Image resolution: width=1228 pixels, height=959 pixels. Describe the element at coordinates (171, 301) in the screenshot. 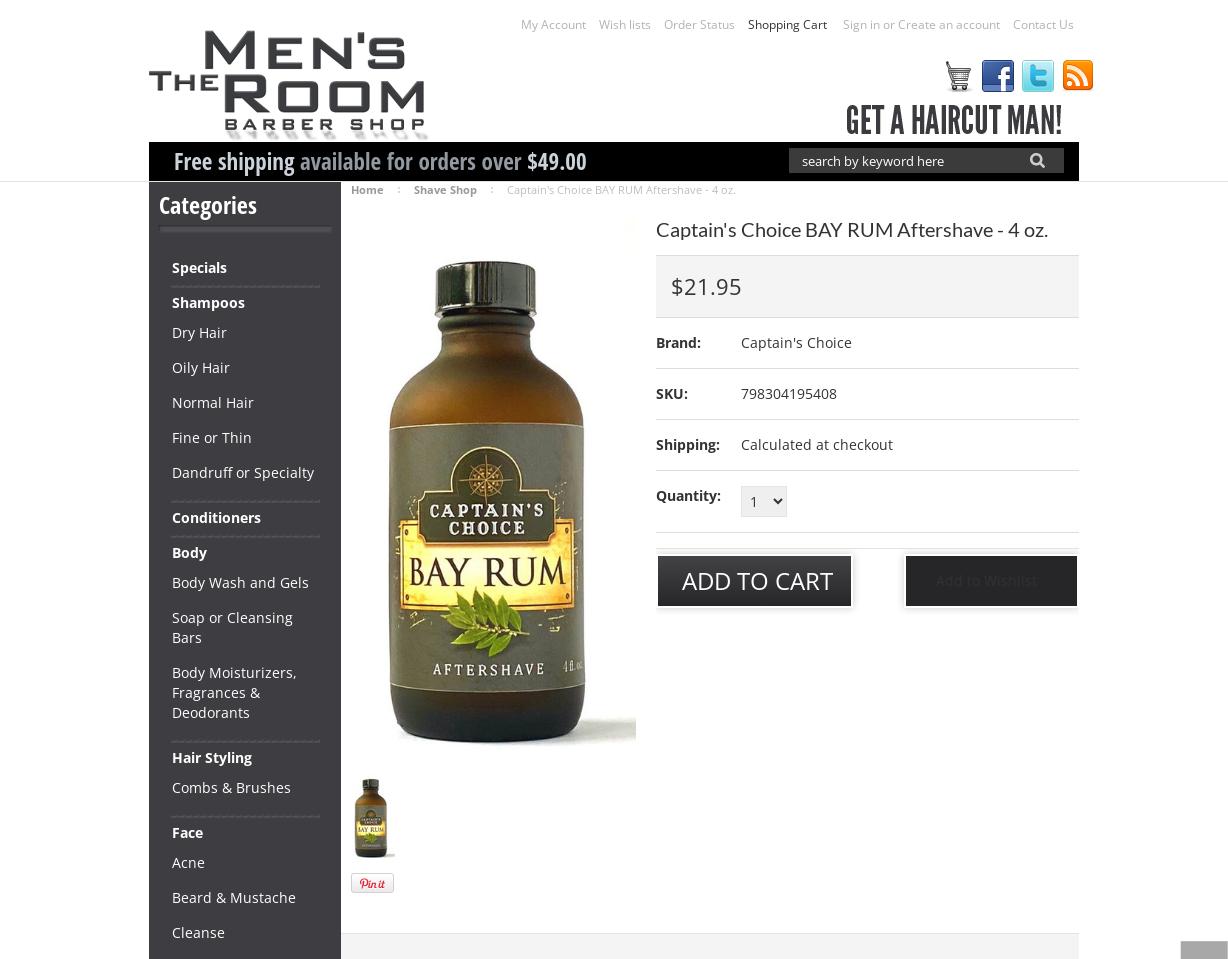

I see `'Shampoos'` at that location.